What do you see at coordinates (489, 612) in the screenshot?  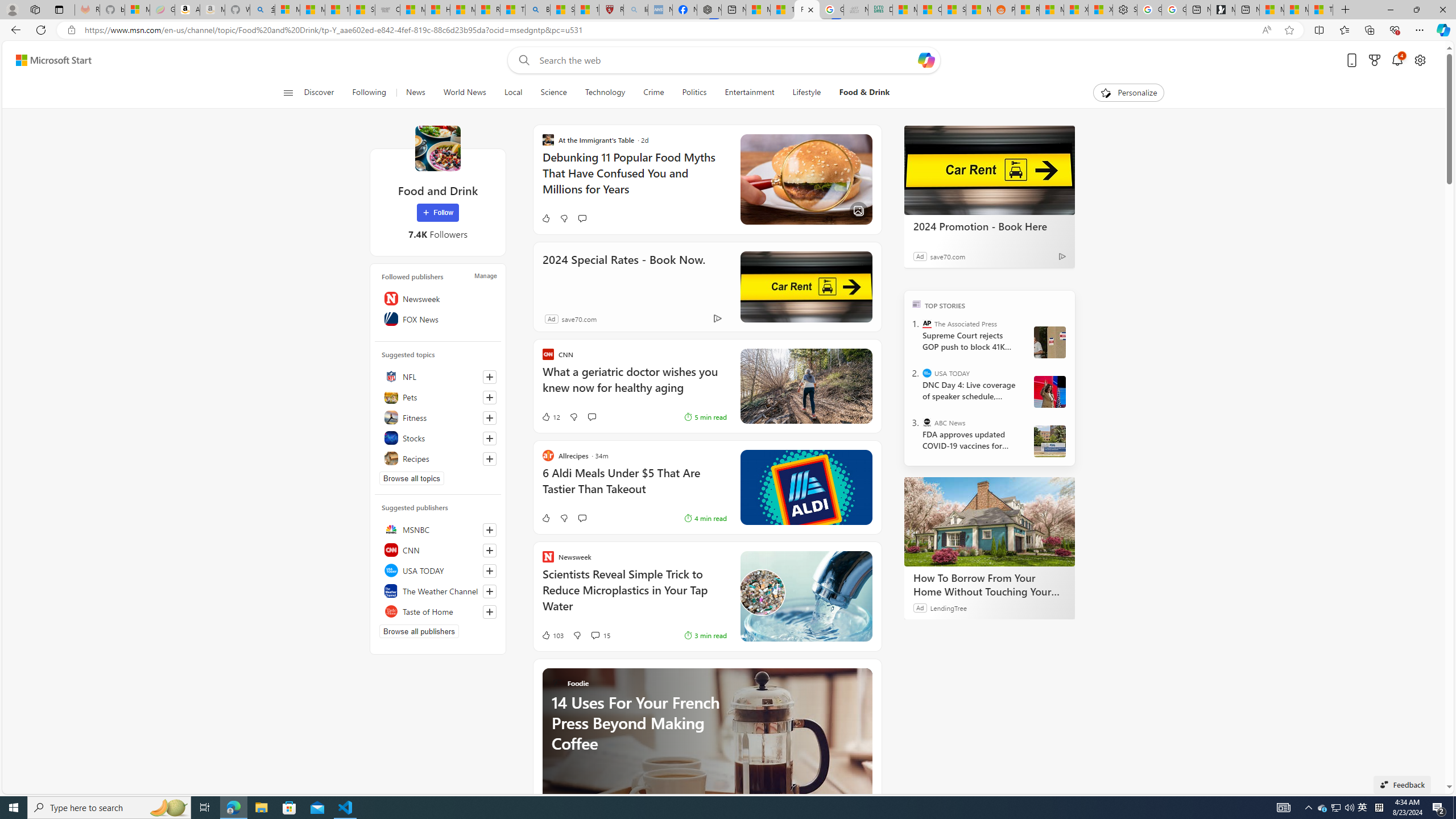 I see `'Follow this source'` at bounding box center [489, 612].